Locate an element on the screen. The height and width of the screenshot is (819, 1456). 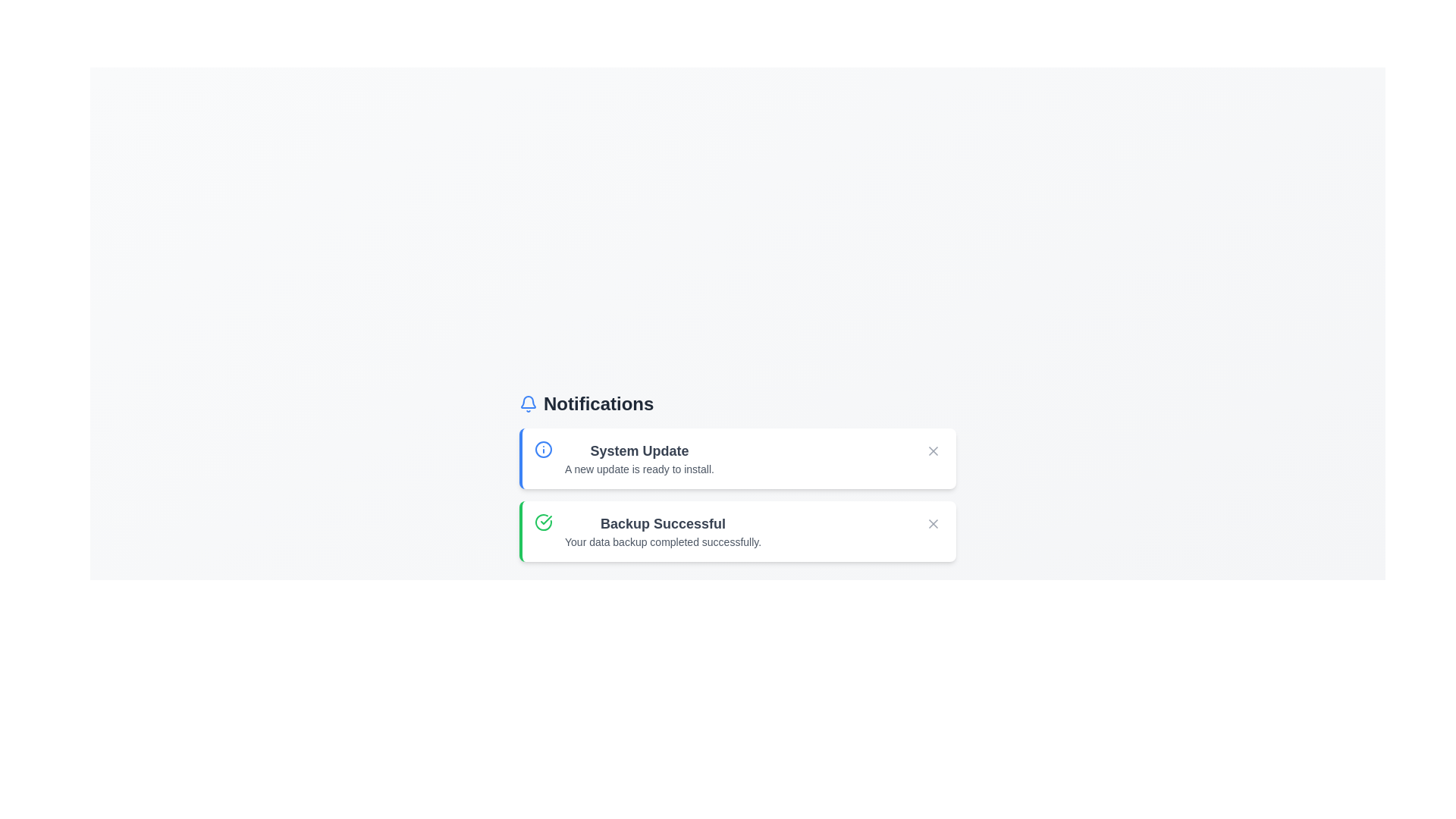
the informational icon located in the top notification card titled 'System Update', positioned left of the text 'System Update' is located at coordinates (543, 449).